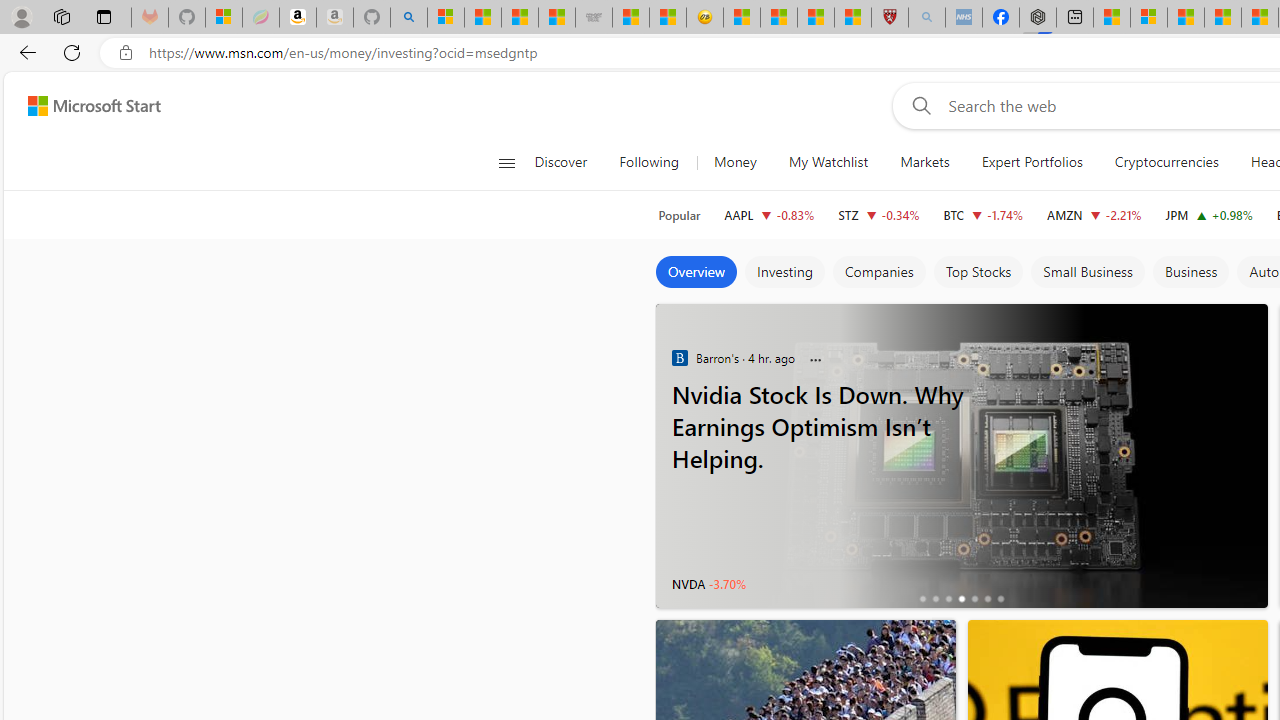  Describe the element at coordinates (103, 16) in the screenshot. I see `'Tab actions menu'` at that location.